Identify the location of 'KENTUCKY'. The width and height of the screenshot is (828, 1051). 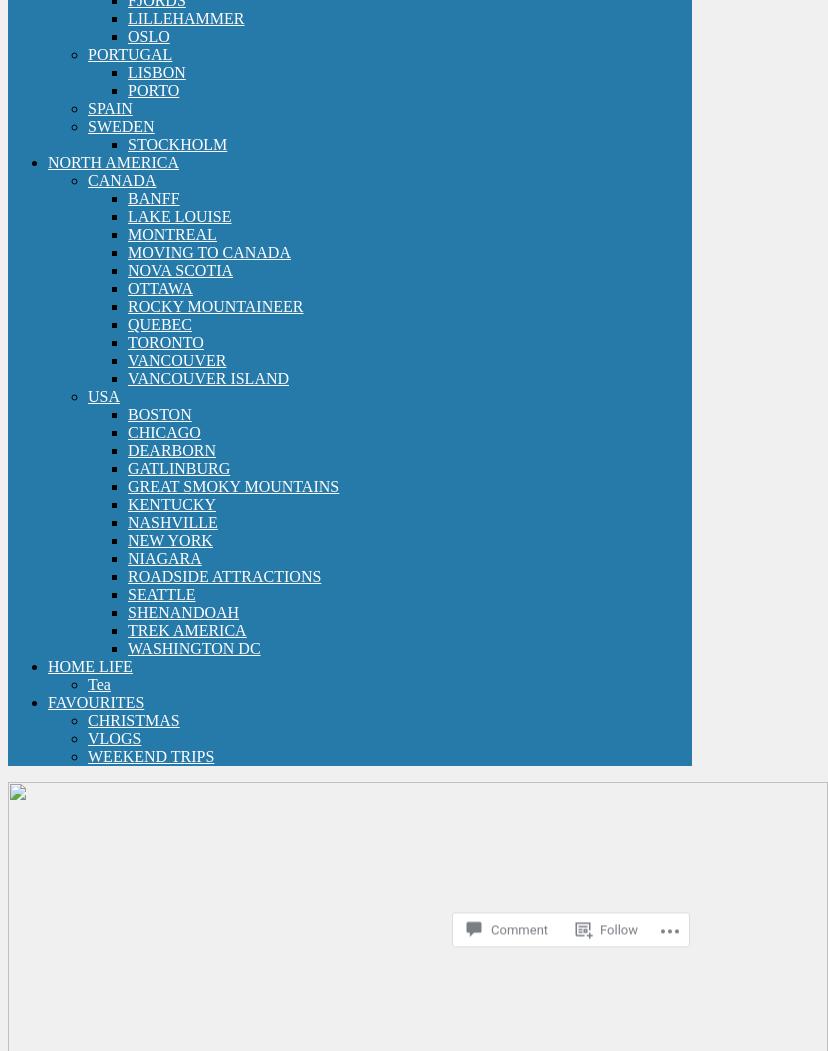
(171, 503).